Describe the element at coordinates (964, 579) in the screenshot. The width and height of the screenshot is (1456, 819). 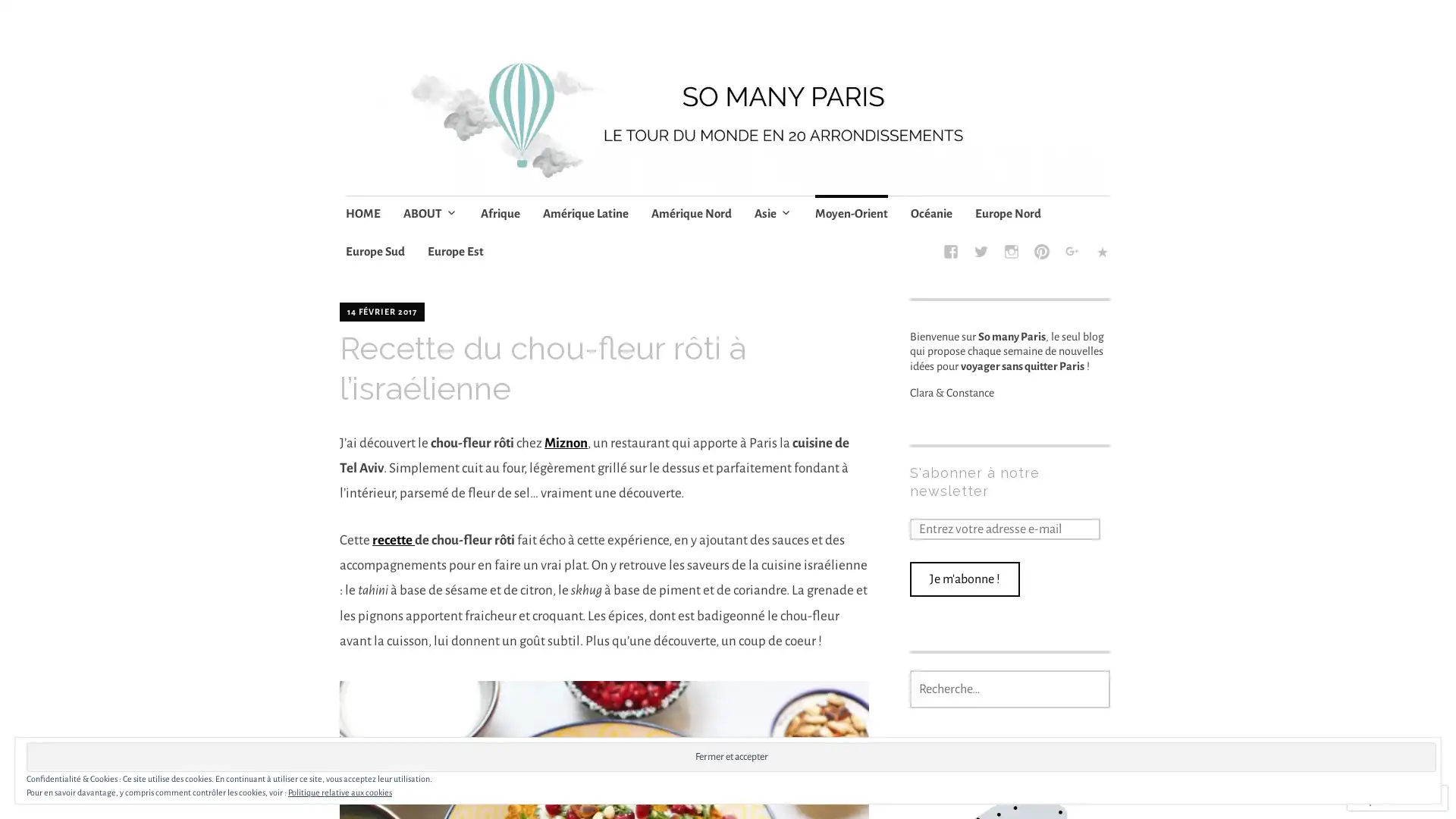
I see `Je m'abonne !` at that location.